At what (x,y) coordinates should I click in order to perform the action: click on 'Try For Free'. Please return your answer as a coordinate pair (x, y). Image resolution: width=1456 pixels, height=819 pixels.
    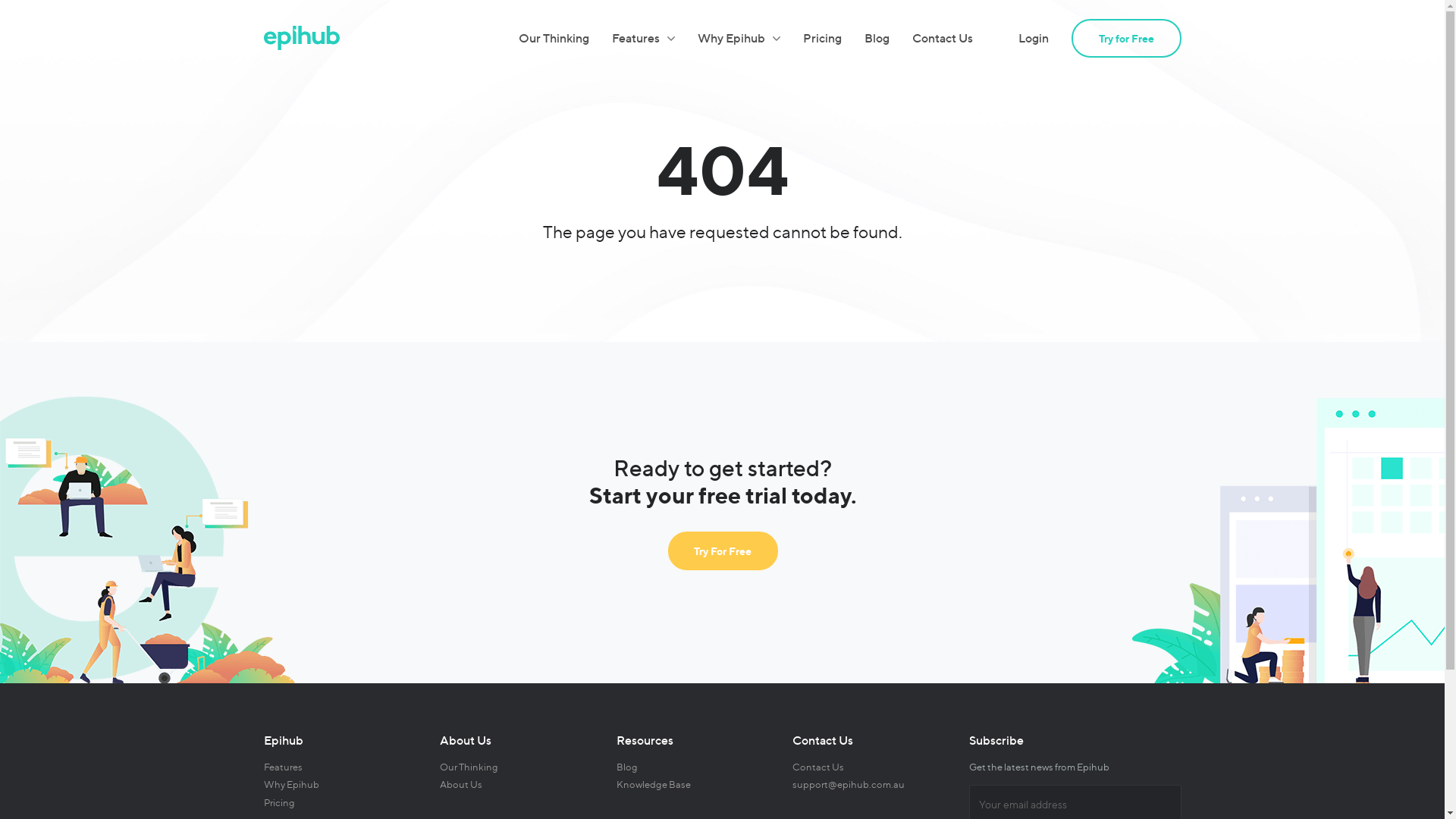
    Looking at the image, I should click on (721, 551).